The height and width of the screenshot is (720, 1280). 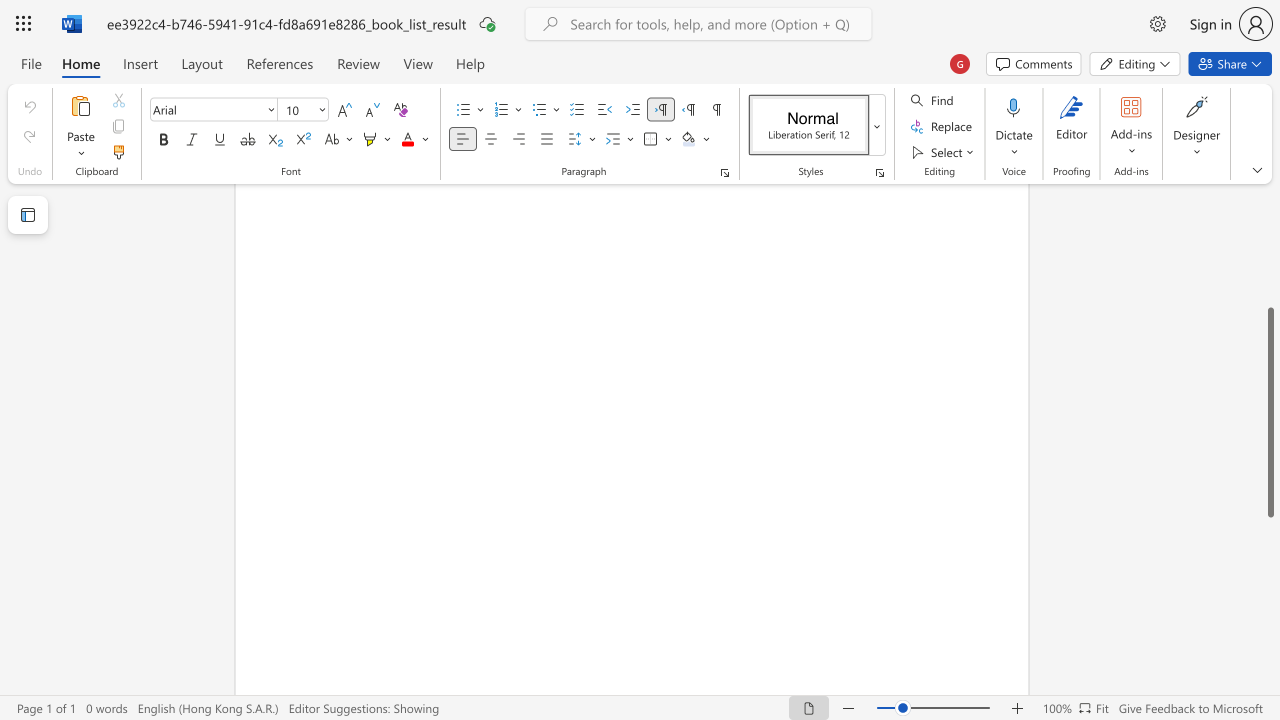 What do you see at coordinates (1269, 228) in the screenshot?
I see `the right-hand scrollbar to ascend the page` at bounding box center [1269, 228].